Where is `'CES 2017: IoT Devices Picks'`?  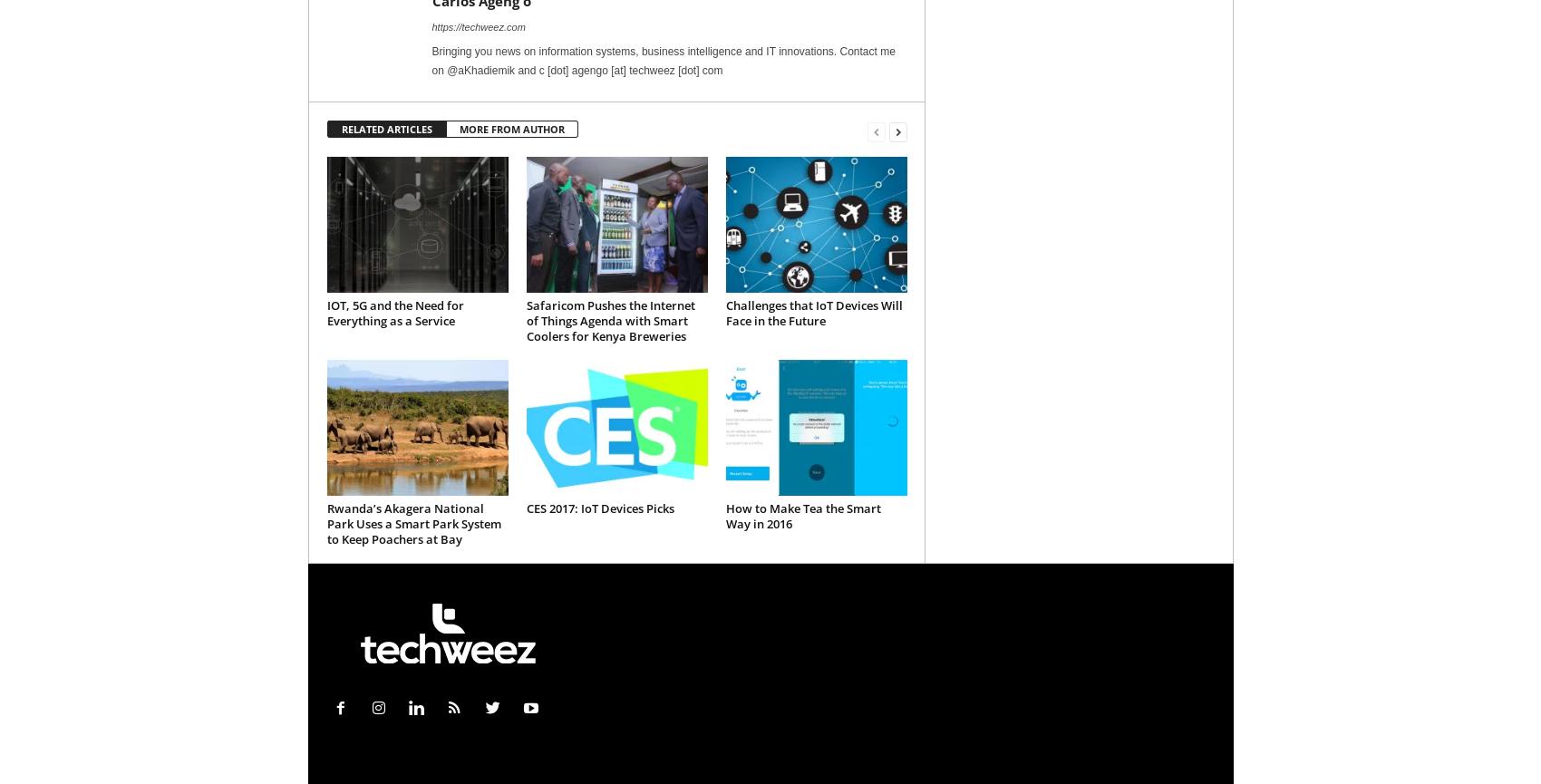
'CES 2017: IoT Devices Picks' is located at coordinates (525, 508).